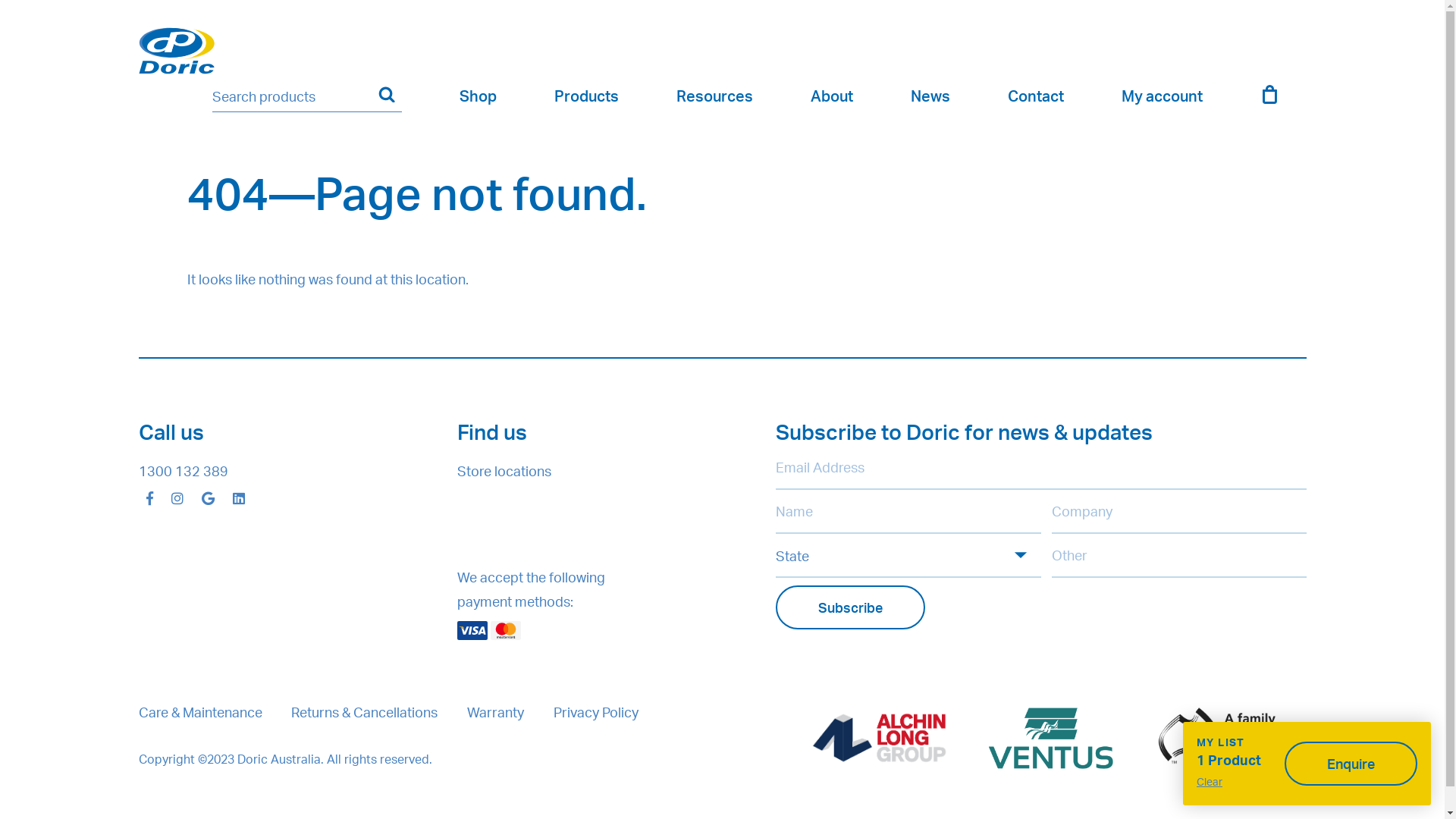 The height and width of the screenshot is (819, 1456). What do you see at coordinates (849, 607) in the screenshot?
I see `'Subscribe'` at bounding box center [849, 607].